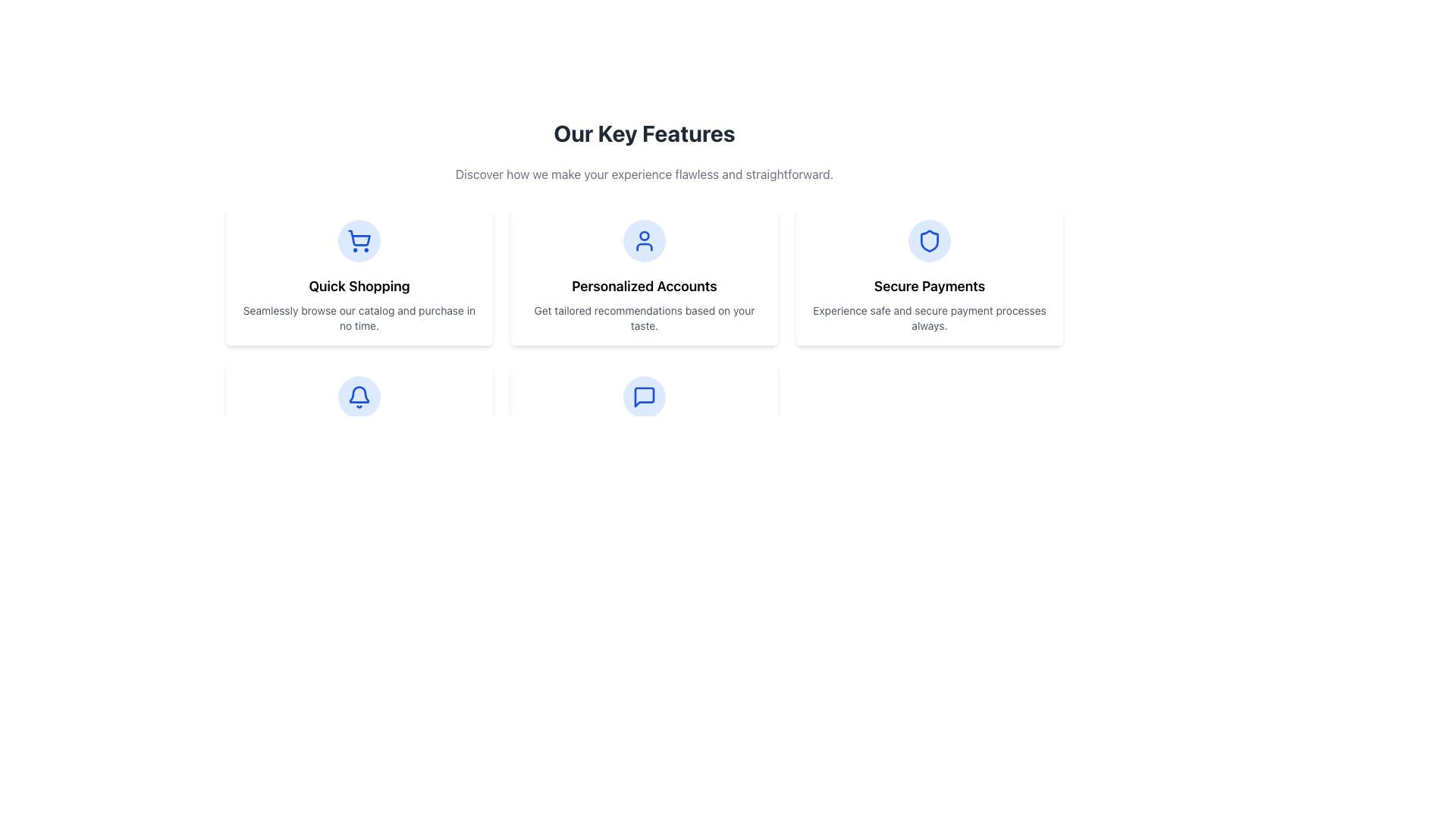  What do you see at coordinates (359, 240) in the screenshot?
I see `the quick shopping icon located at the top of the card titled 'Quick Shopping', which is centered horizontally above the text 'Seamlessly browse our catalog and purchase in no time.'` at bounding box center [359, 240].